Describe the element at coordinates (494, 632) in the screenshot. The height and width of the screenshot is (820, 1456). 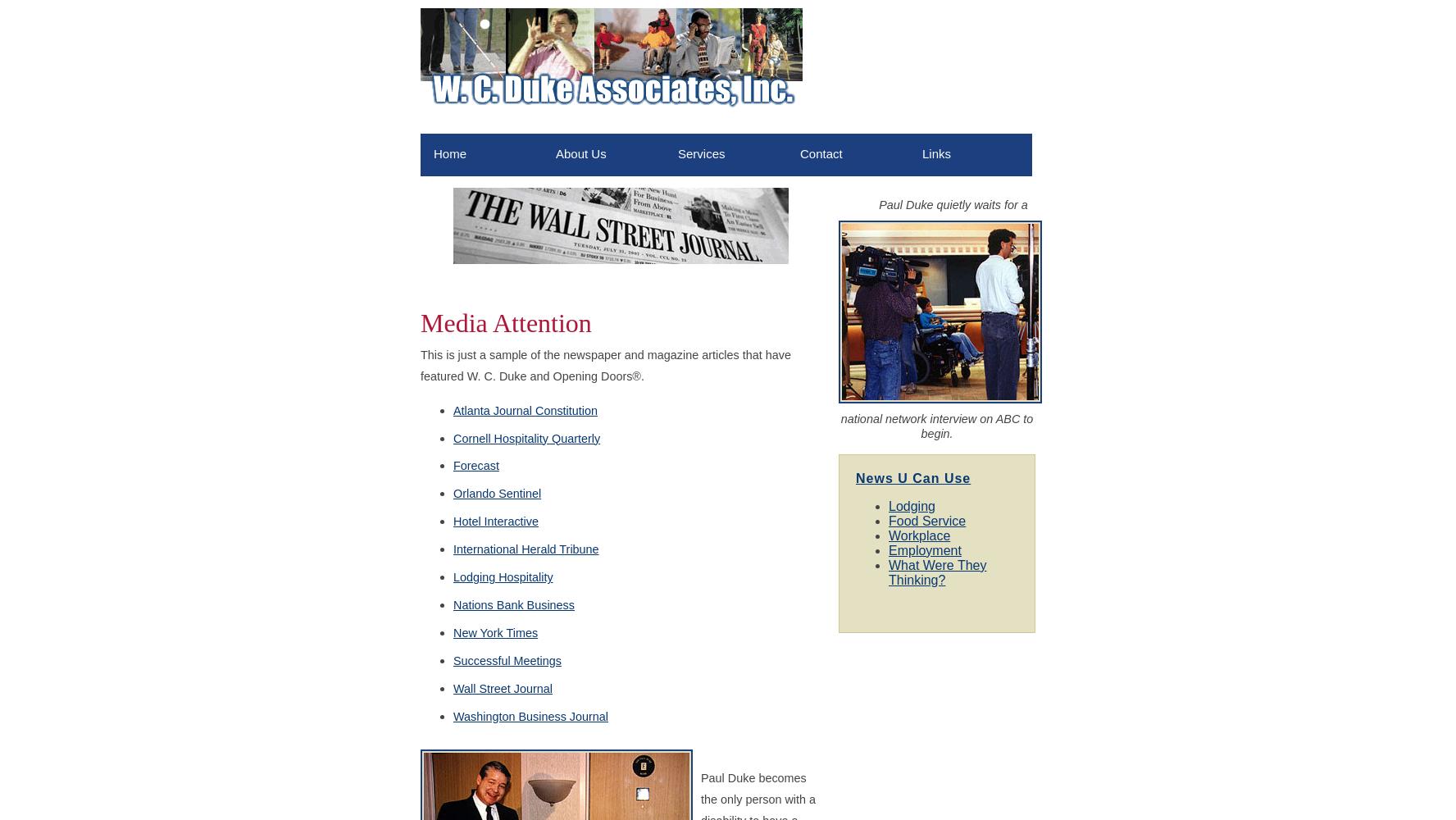
I see `'New York Times'` at that location.